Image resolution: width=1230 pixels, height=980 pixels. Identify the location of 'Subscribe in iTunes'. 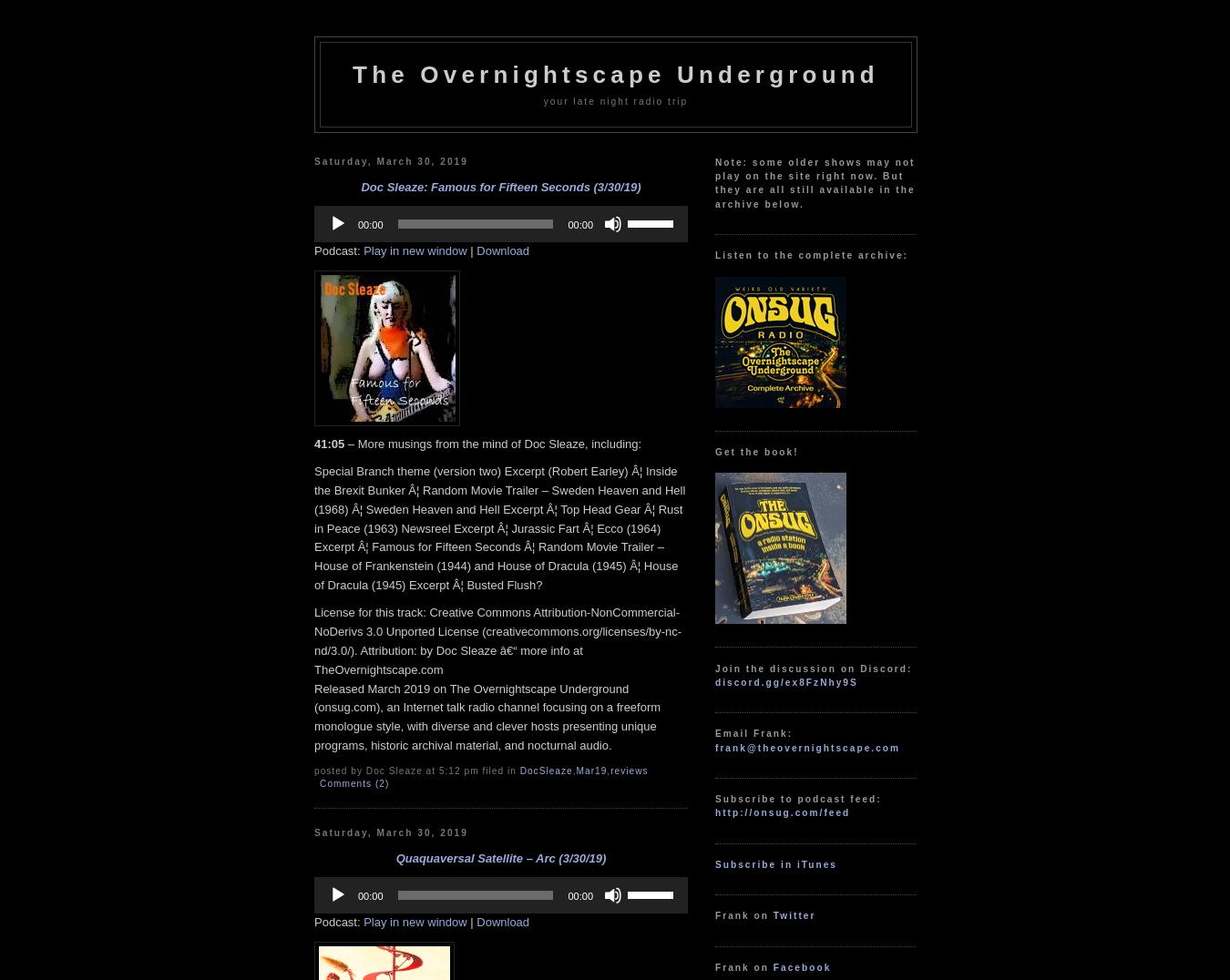
(714, 863).